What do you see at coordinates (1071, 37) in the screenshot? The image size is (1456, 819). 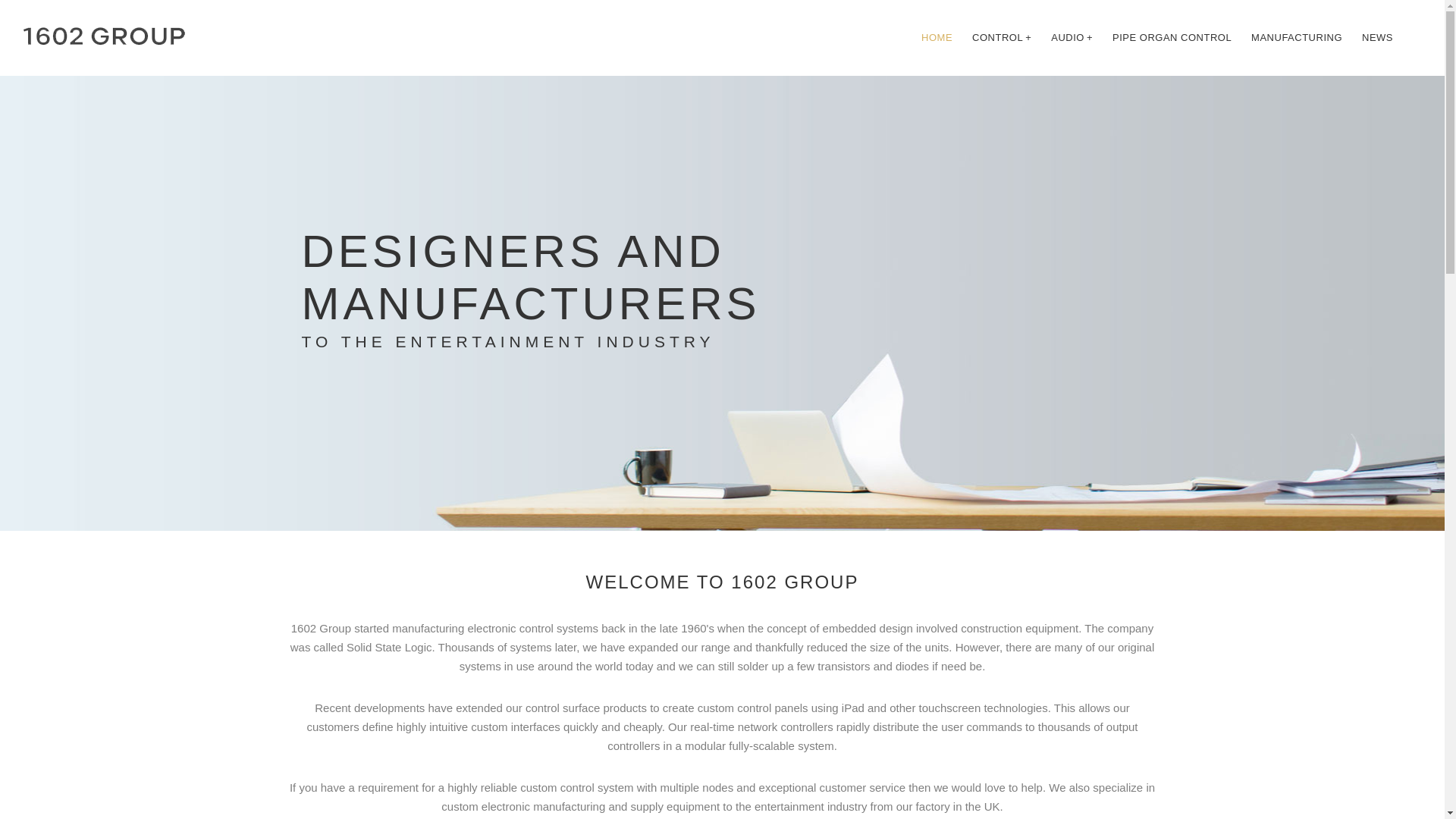 I see `'AUDIO+'` at bounding box center [1071, 37].